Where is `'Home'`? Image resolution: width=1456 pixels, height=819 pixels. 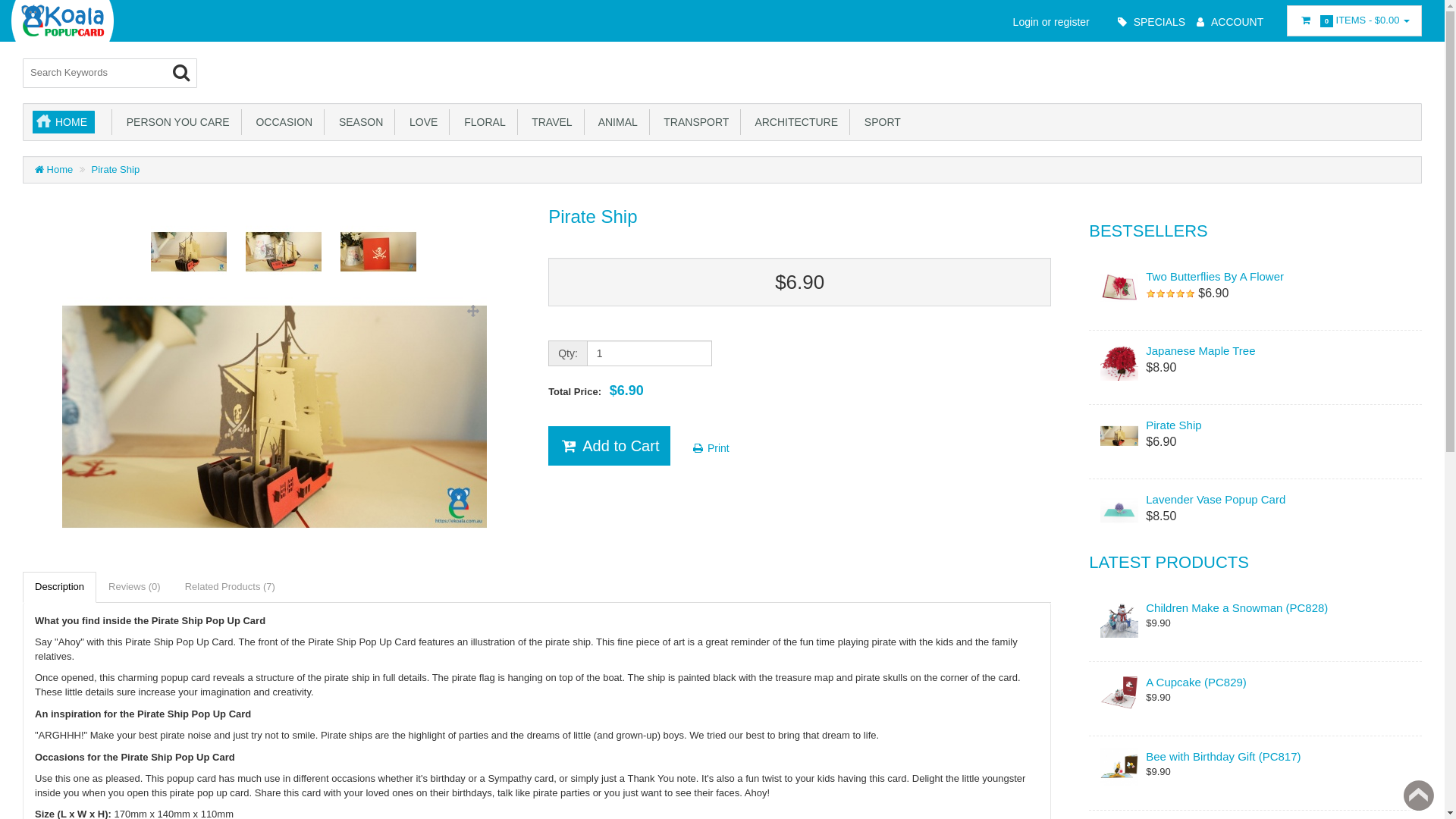 'Home' is located at coordinates (54, 169).